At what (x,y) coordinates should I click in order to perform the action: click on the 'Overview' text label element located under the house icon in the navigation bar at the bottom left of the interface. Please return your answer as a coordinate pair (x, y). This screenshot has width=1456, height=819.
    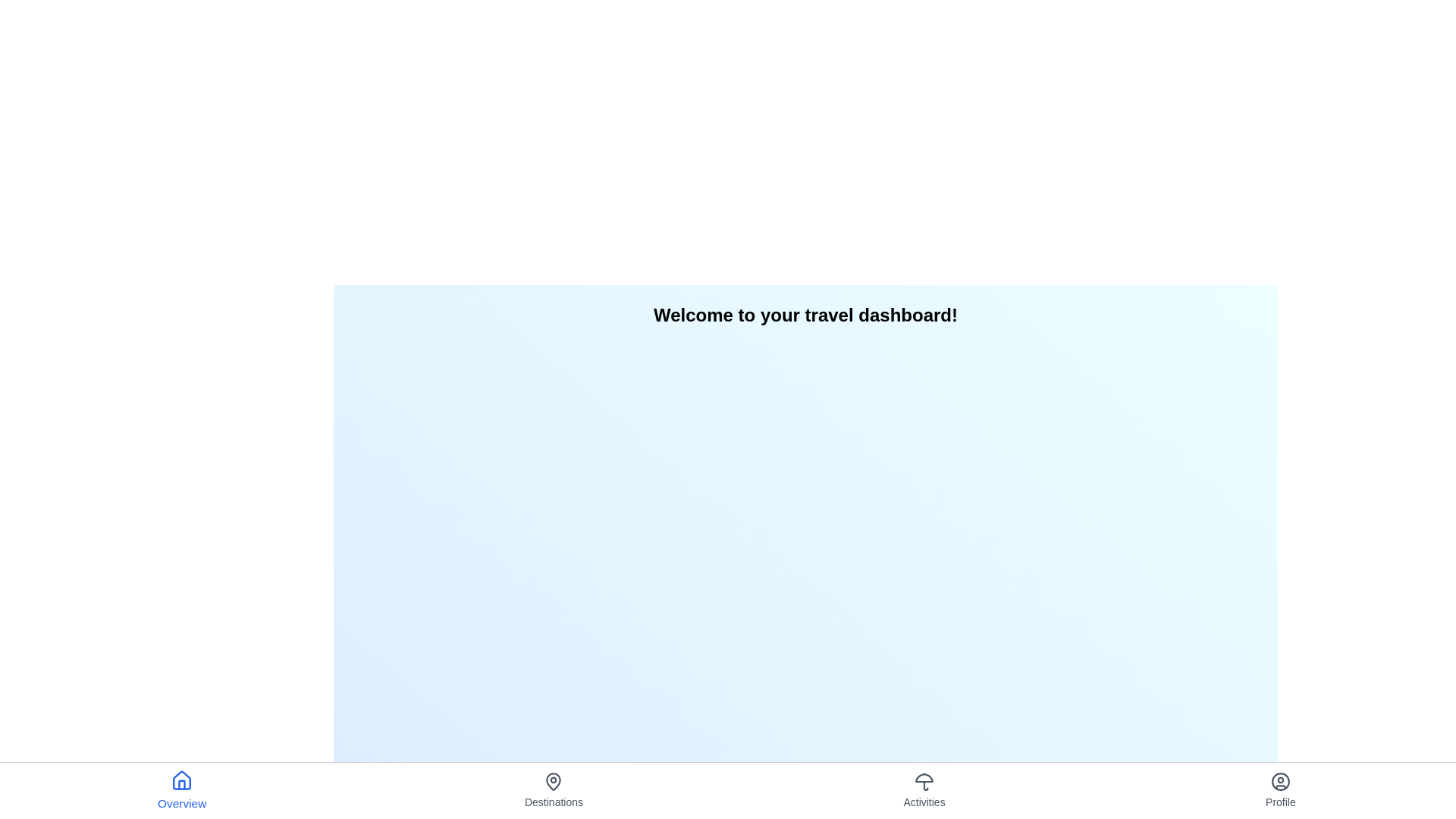
    Looking at the image, I should click on (182, 802).